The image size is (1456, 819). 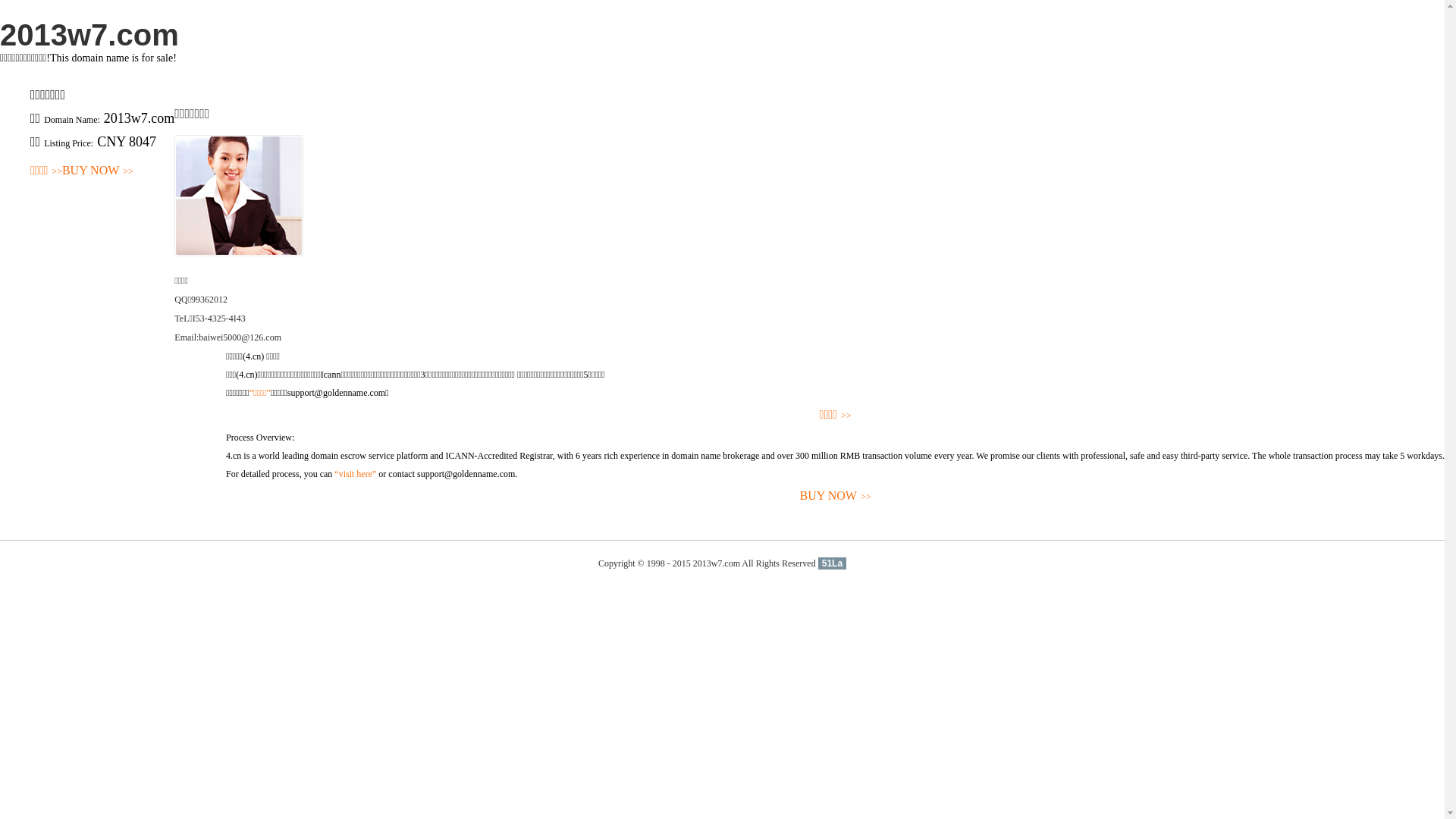 I want to click on 'BUY NOW>>', so click(x=97, y=171).